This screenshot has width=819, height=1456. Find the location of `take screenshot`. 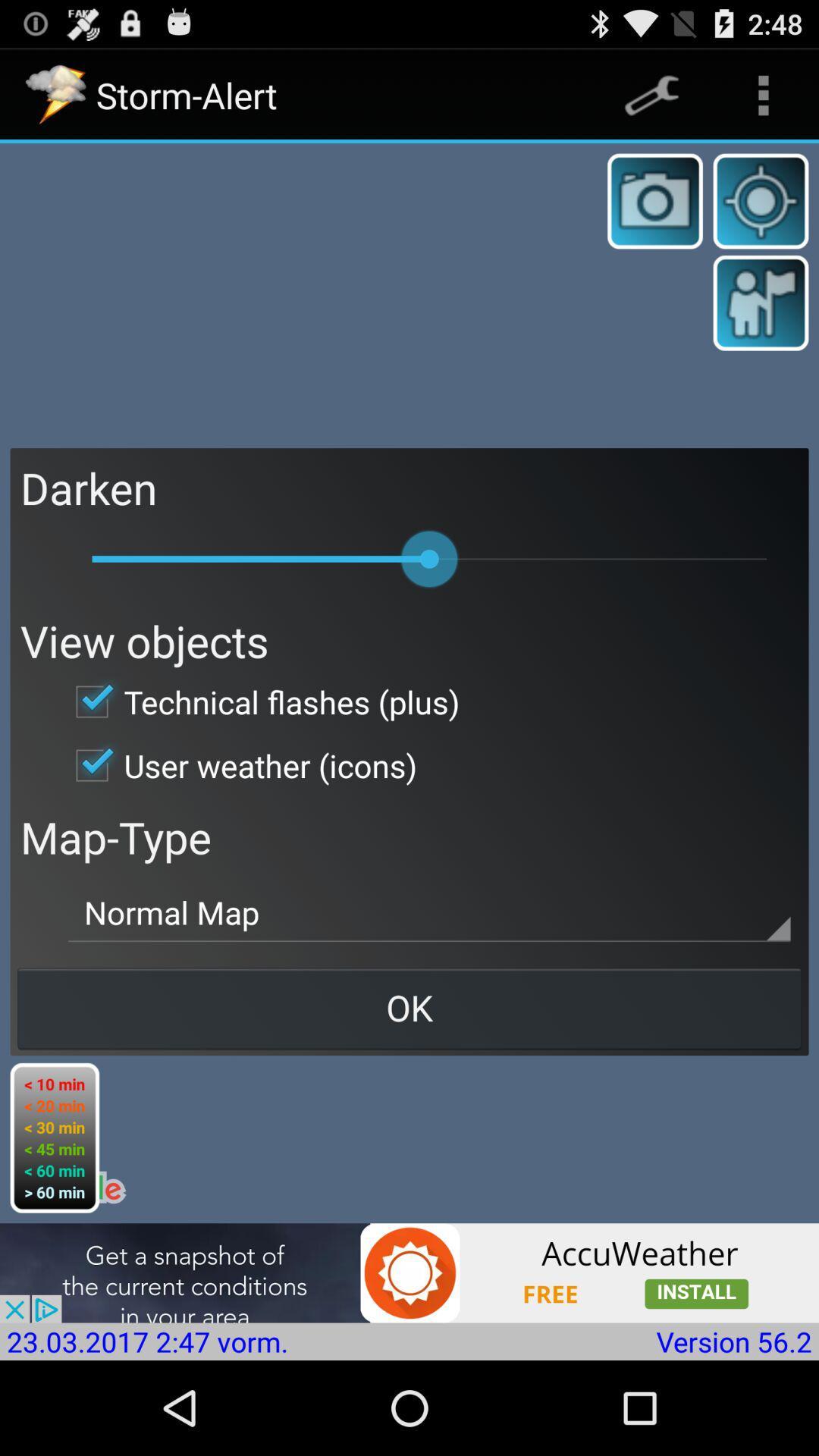

take screenshot is located at coordinates (654, 200).